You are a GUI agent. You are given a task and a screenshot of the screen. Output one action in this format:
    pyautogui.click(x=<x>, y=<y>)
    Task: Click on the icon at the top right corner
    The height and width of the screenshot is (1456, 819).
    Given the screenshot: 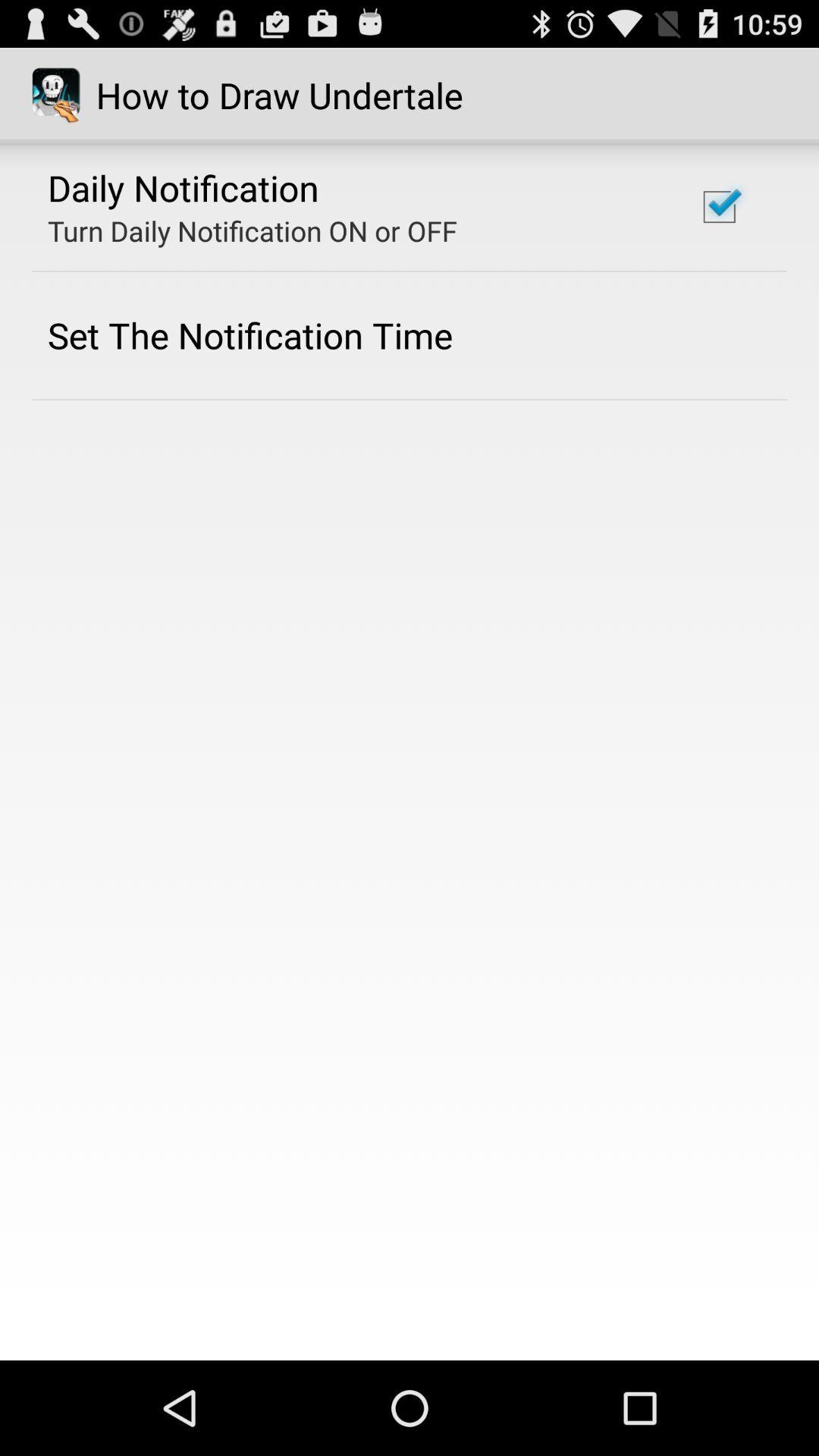 What is the action you would take?
    pyautogui.click(x=718, y=206)
    